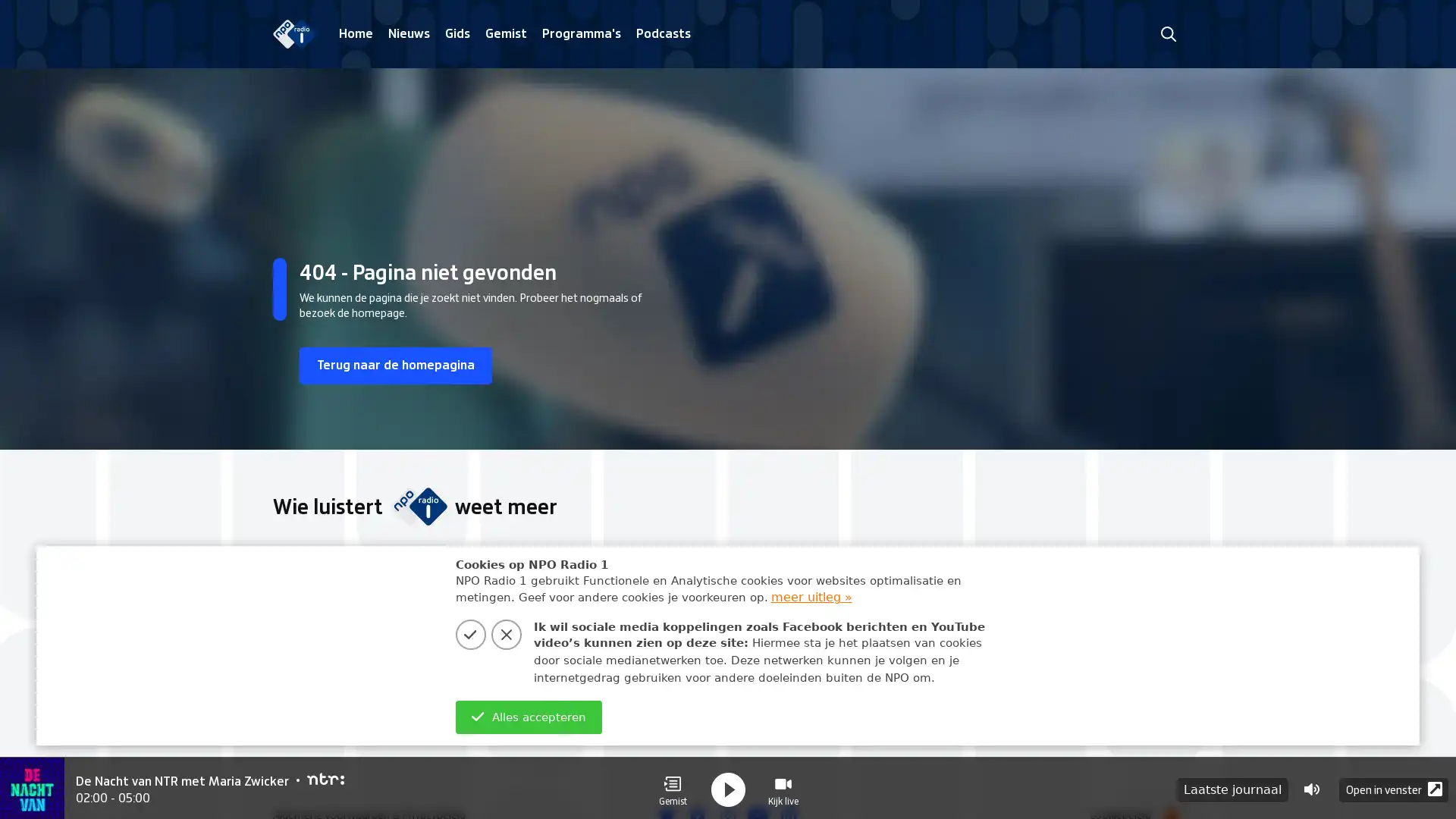 This screenshot has height=819, width=1456. Describe the element at coordinates (403, 366) in the screenshot. I see `Terug naar de homepagina` at that location.